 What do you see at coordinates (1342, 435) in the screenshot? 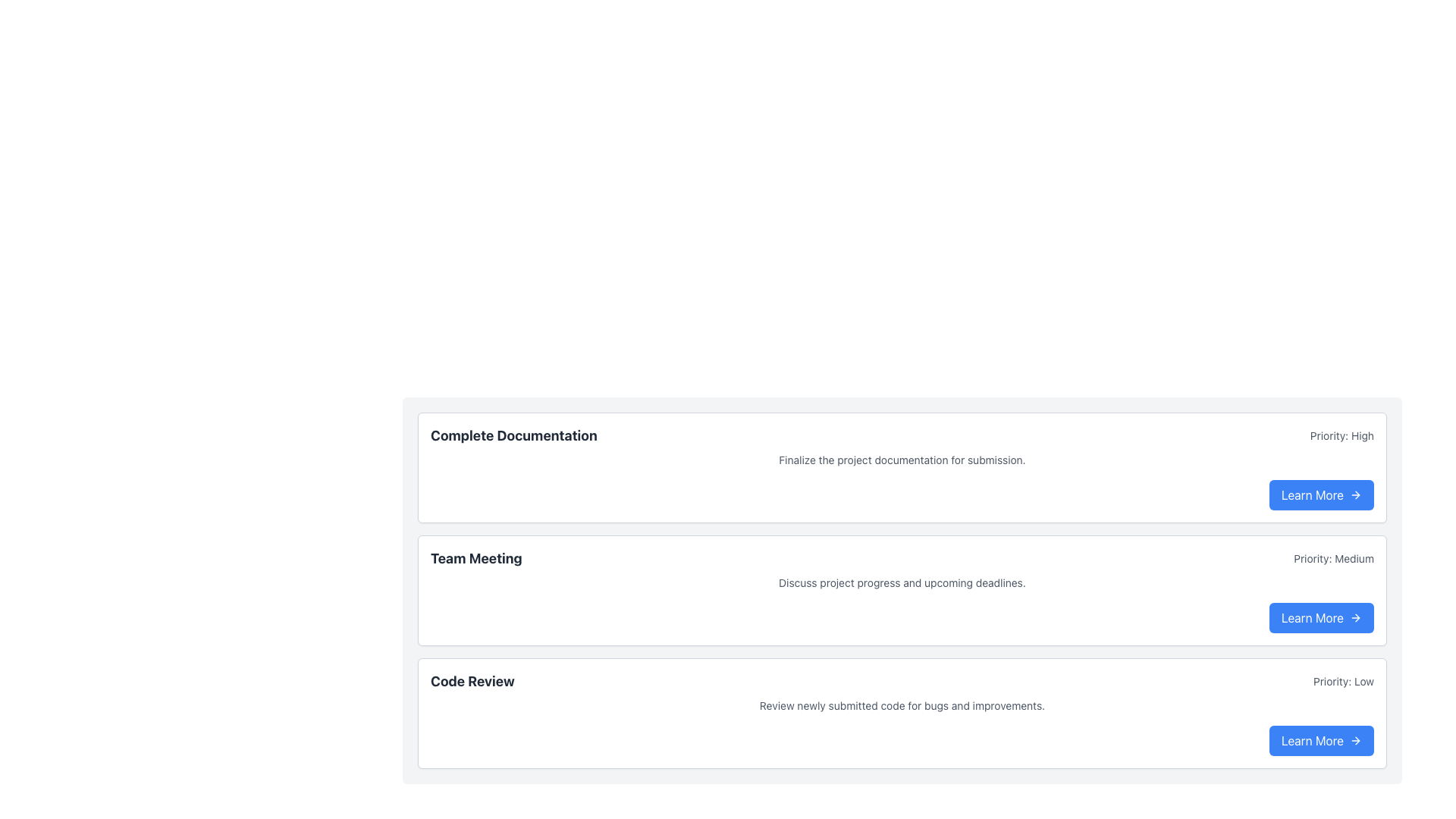
I see `the Display Text indicating the priority level in the top-right corner of the 'Complete Documentation' card` at bounding box center [1342, 435].